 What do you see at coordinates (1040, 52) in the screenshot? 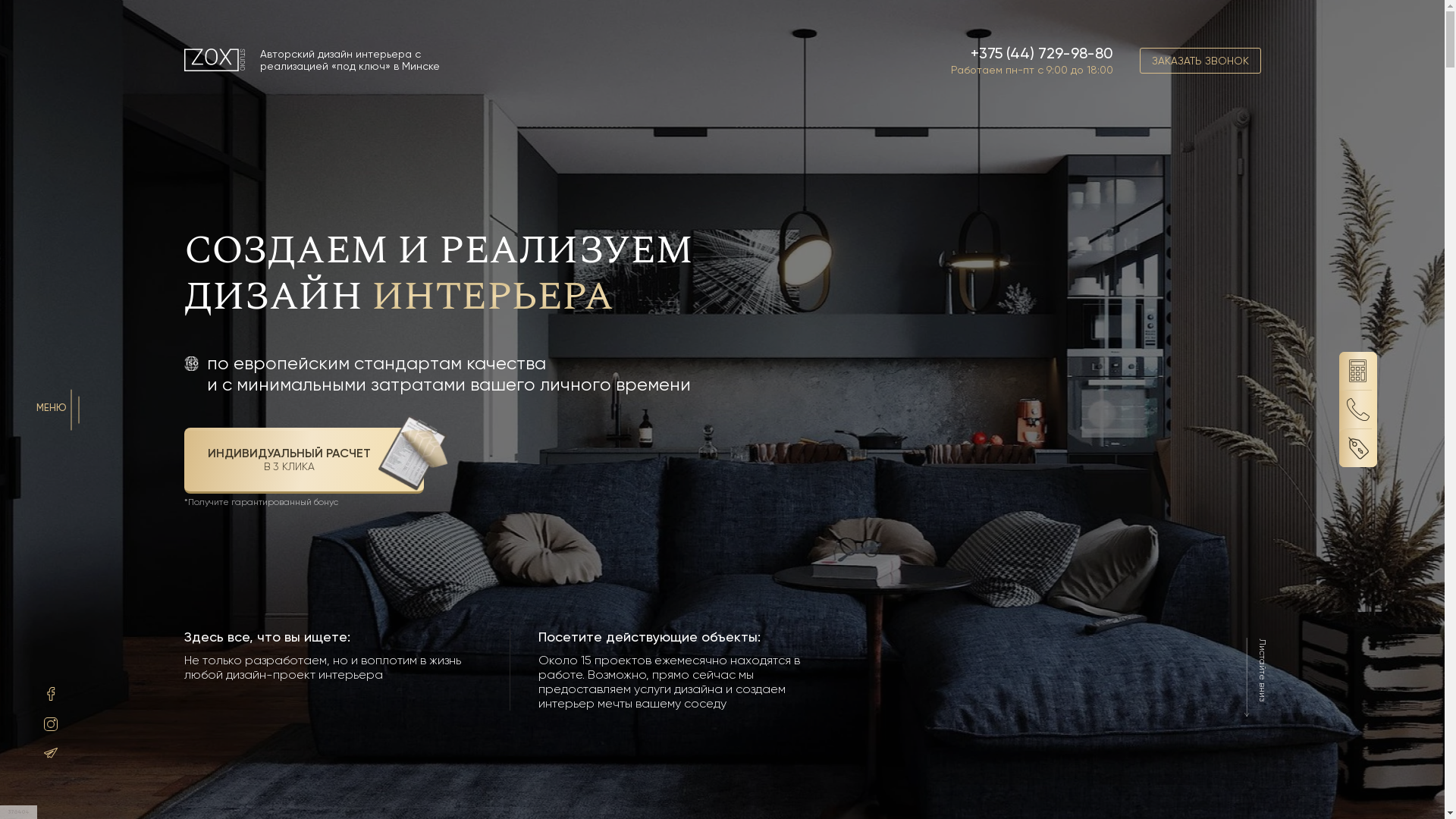
I see `'+375 (44) 729-98-80'` at bounding box center [1040, 52].